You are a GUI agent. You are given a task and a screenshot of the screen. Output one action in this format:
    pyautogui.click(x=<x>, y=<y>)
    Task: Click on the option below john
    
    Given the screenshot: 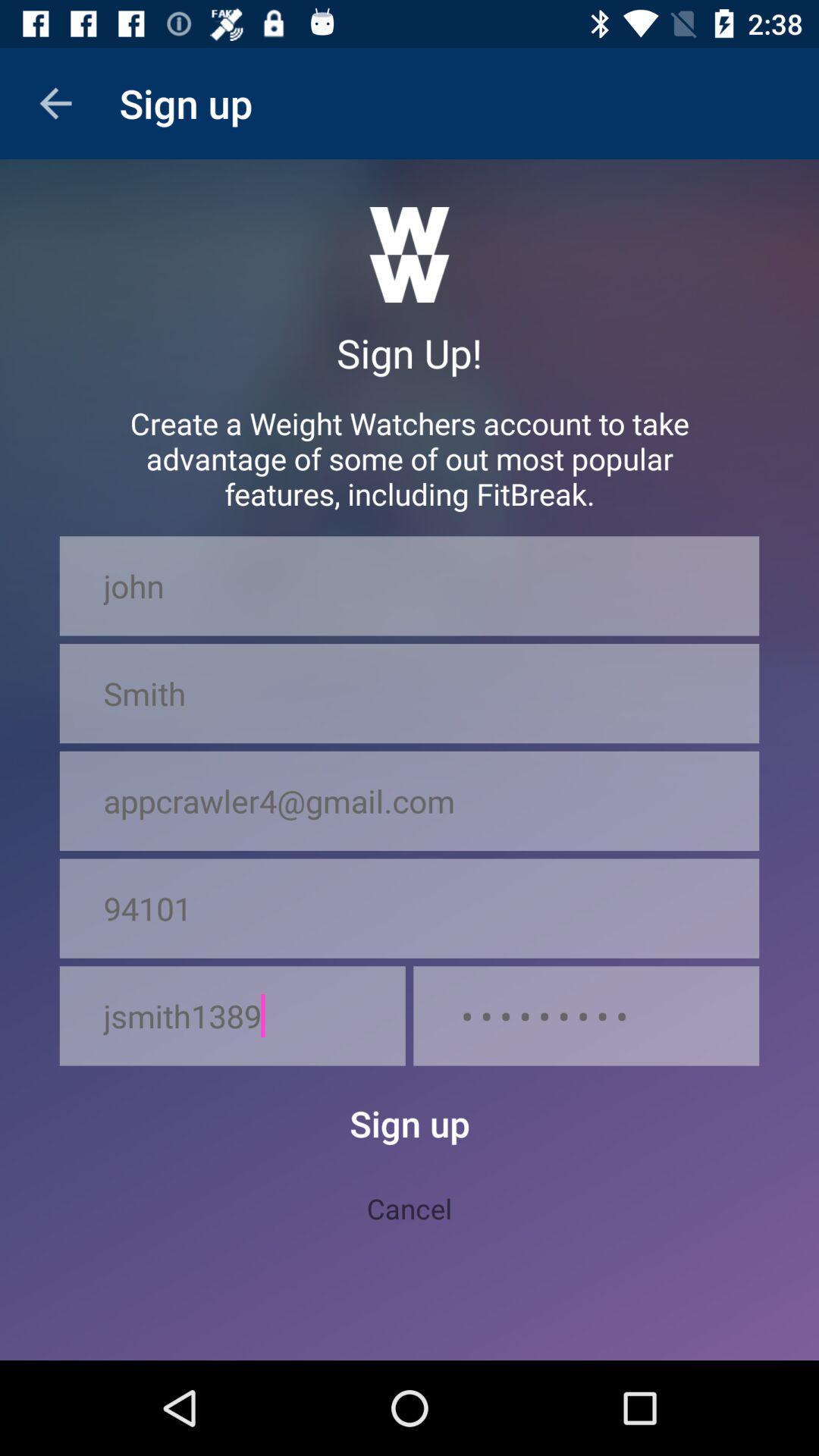 What is the action you would take?
    pyautogui.click(x=409, y=692)
    